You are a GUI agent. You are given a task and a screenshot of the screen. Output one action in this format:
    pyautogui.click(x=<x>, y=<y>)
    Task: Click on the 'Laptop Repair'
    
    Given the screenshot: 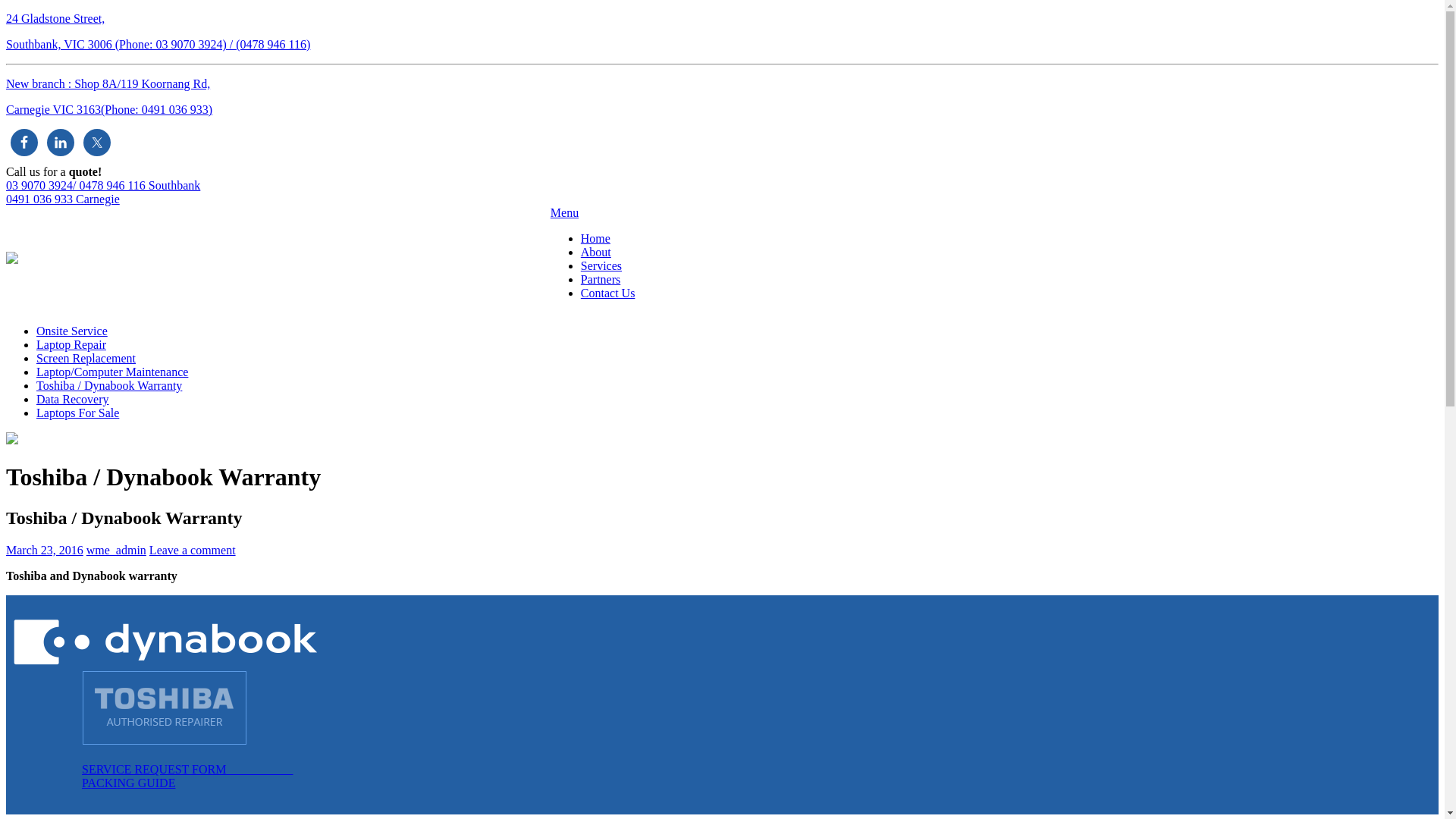 What is the action you would take?
    pyautogui.click(x=71, y=344)
    